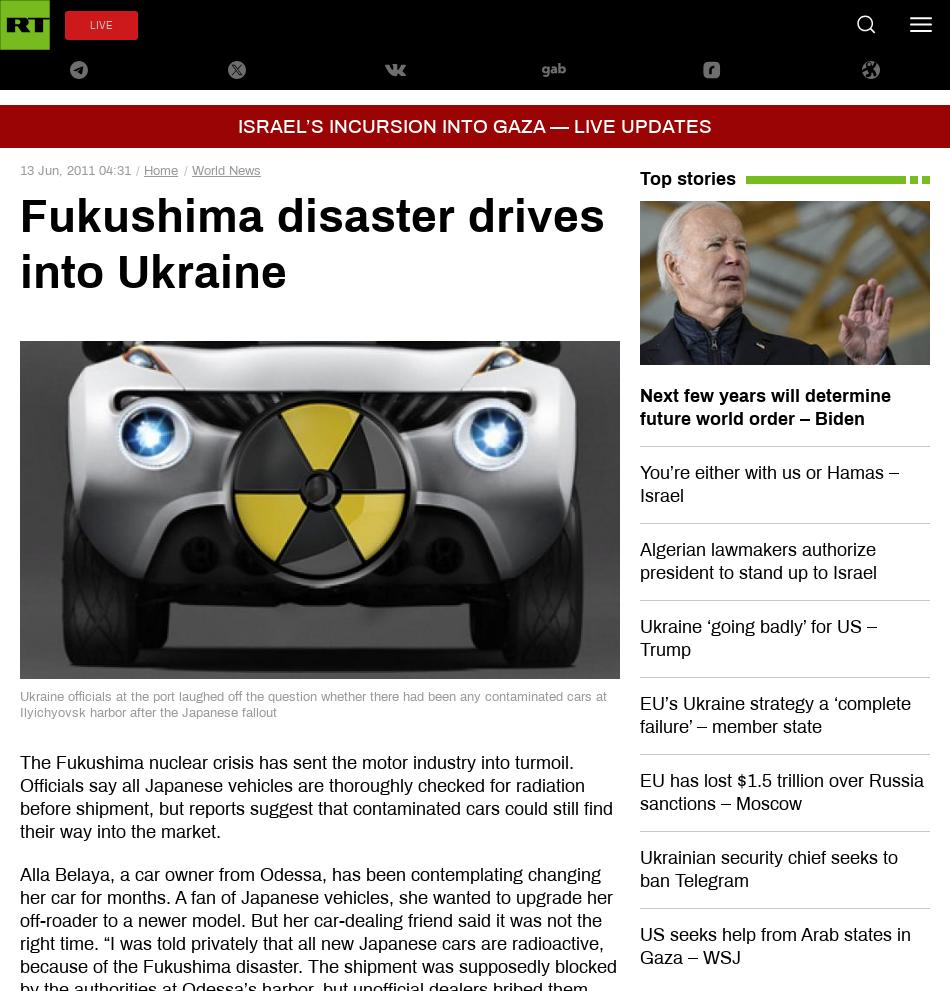 This screenshot has width=950, height=991. I want to click on 'Ukraine officials at the port laughed off the question whether there had been any contaminated cars at Ilyichyovsk harbor after the Japanese fallout', so click(312, 704).